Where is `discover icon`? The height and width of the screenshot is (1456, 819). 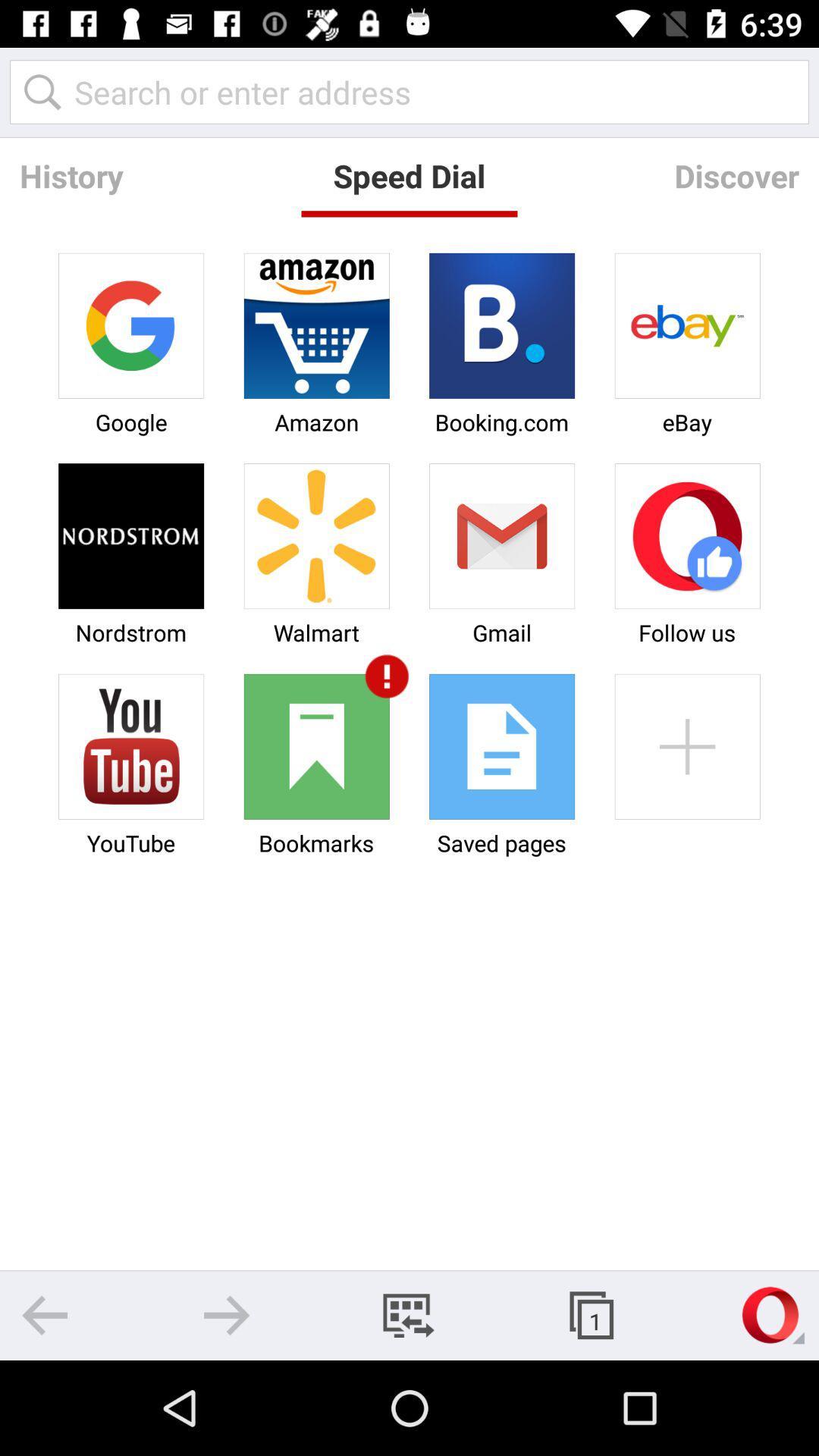 discover icon is located at coordinates (736, 175).